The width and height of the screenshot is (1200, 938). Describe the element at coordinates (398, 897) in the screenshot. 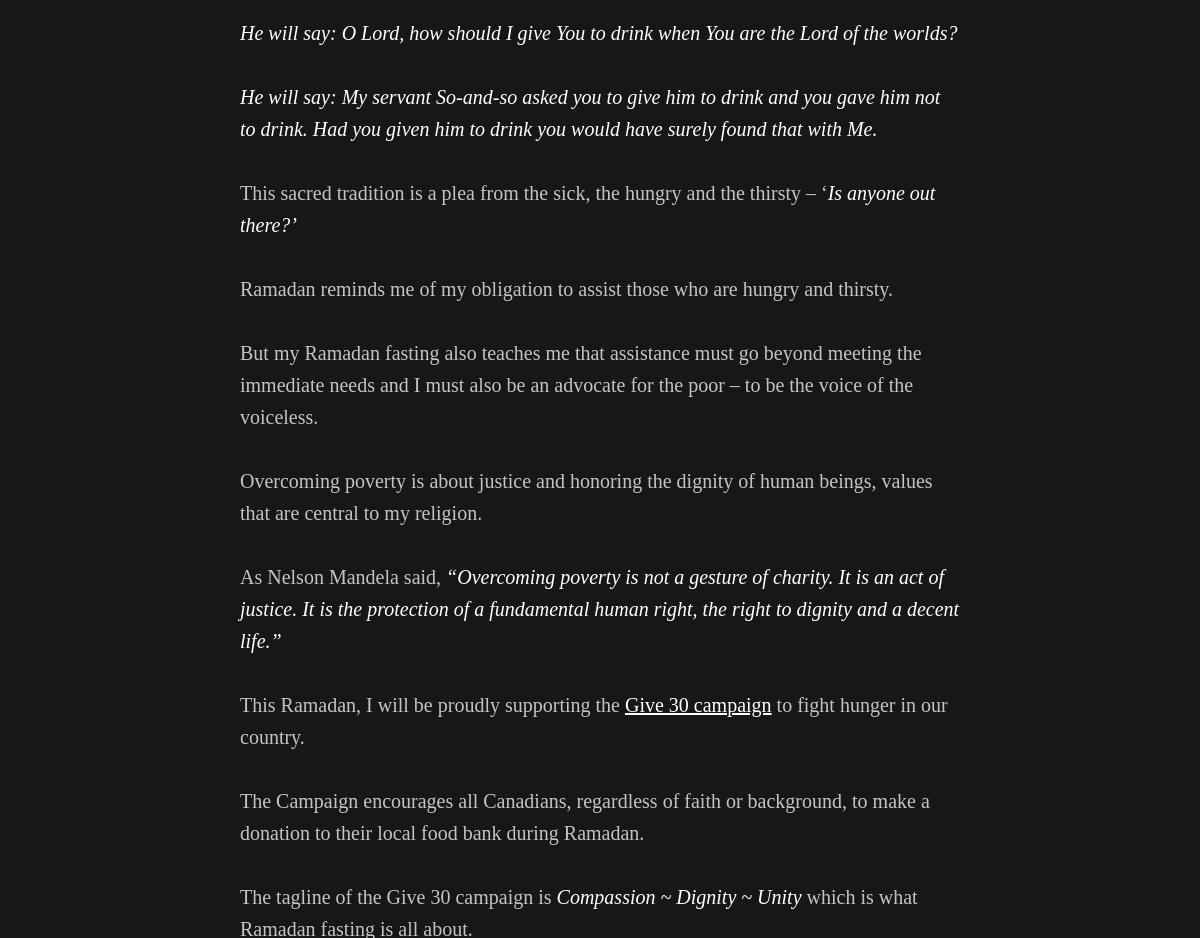

I see `'The tagline of the Give 30 campaign is'` at that location.